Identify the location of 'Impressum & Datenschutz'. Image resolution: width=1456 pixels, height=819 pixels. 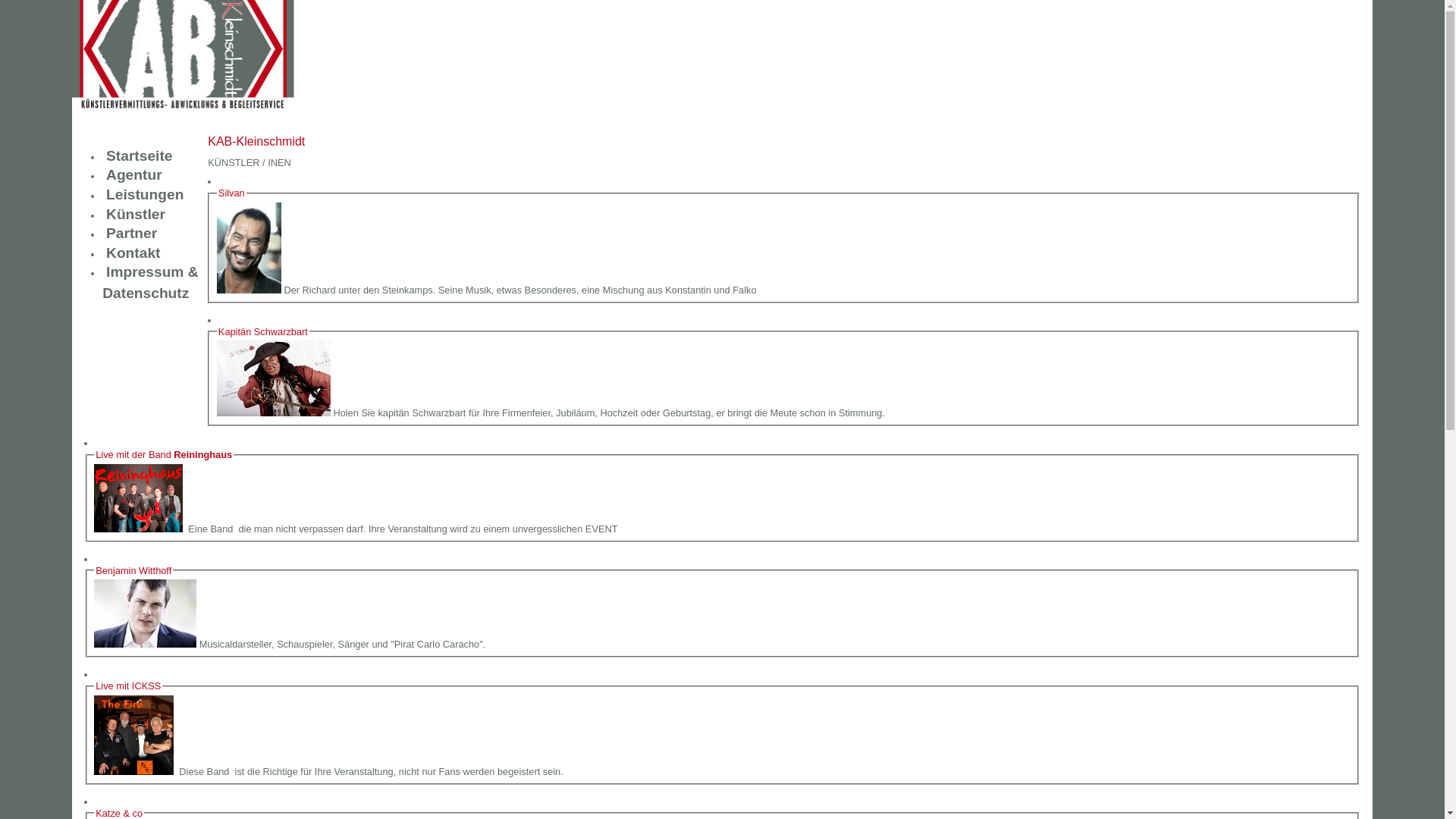
(149, 282).